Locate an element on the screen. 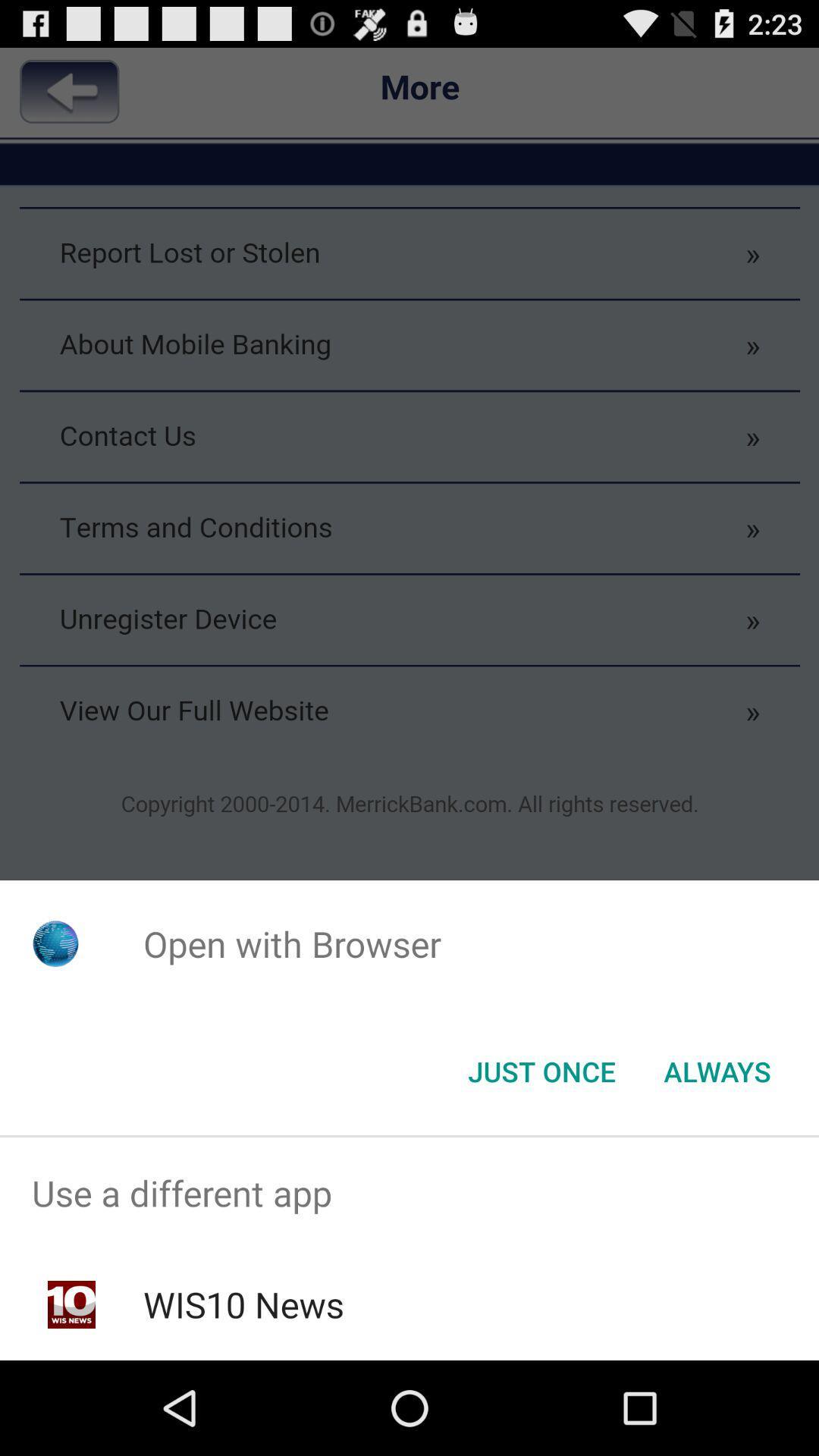 Image resolution: width=819 pixels, height=1456 pixels. always is located at coordinates (717, 1070).